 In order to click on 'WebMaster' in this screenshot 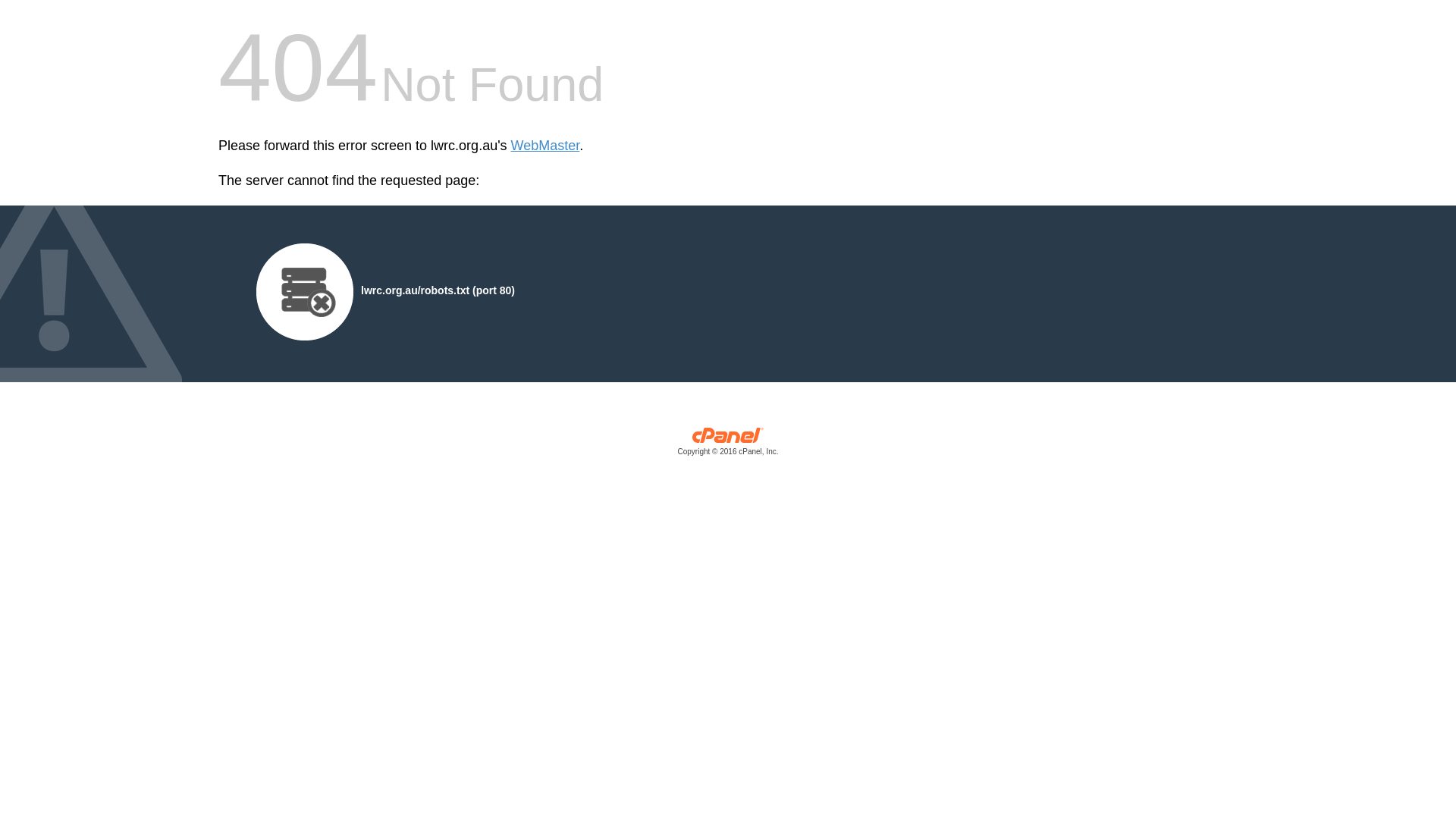, I will do `click(545, 146)`.